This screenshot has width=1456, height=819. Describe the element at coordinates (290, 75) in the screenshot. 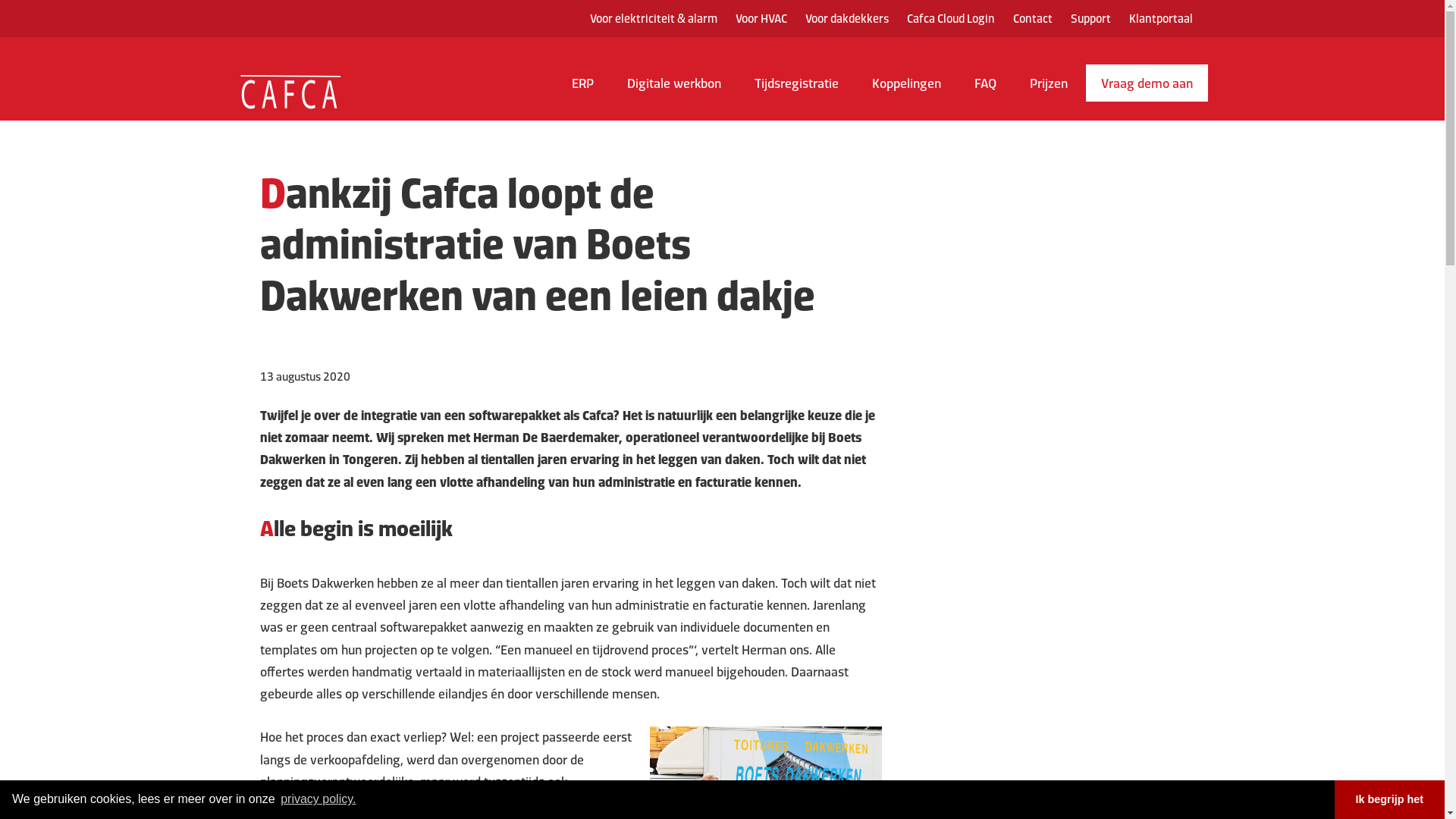

I see `'Cafca Software voor Installatiebedrijven'` at that location.